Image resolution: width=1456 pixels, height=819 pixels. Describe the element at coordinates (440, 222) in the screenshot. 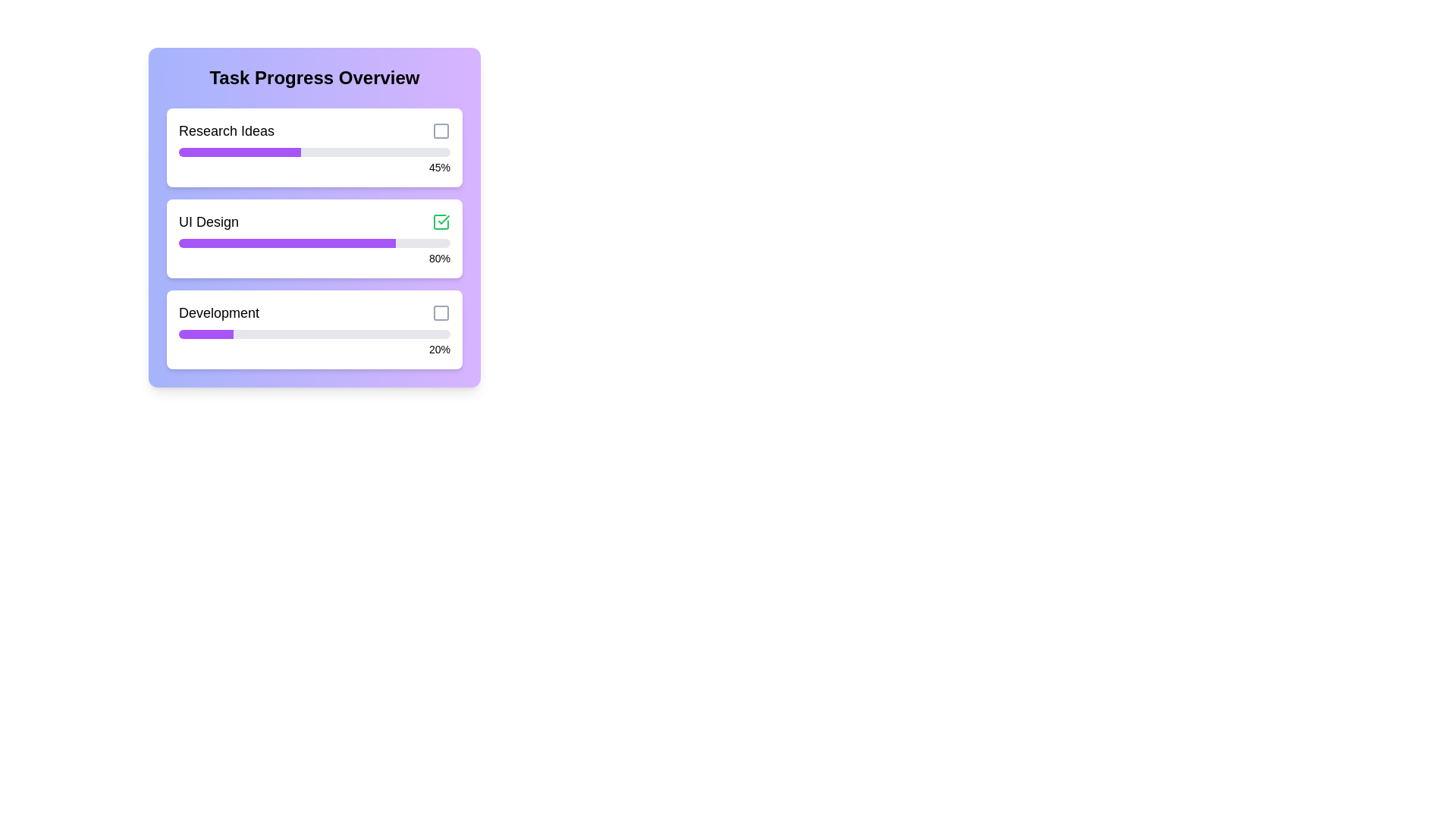

I see `the status indicator icon with a checkmark inside, located to the right of the 'UI Design' text label in the task progress widget` at that location.